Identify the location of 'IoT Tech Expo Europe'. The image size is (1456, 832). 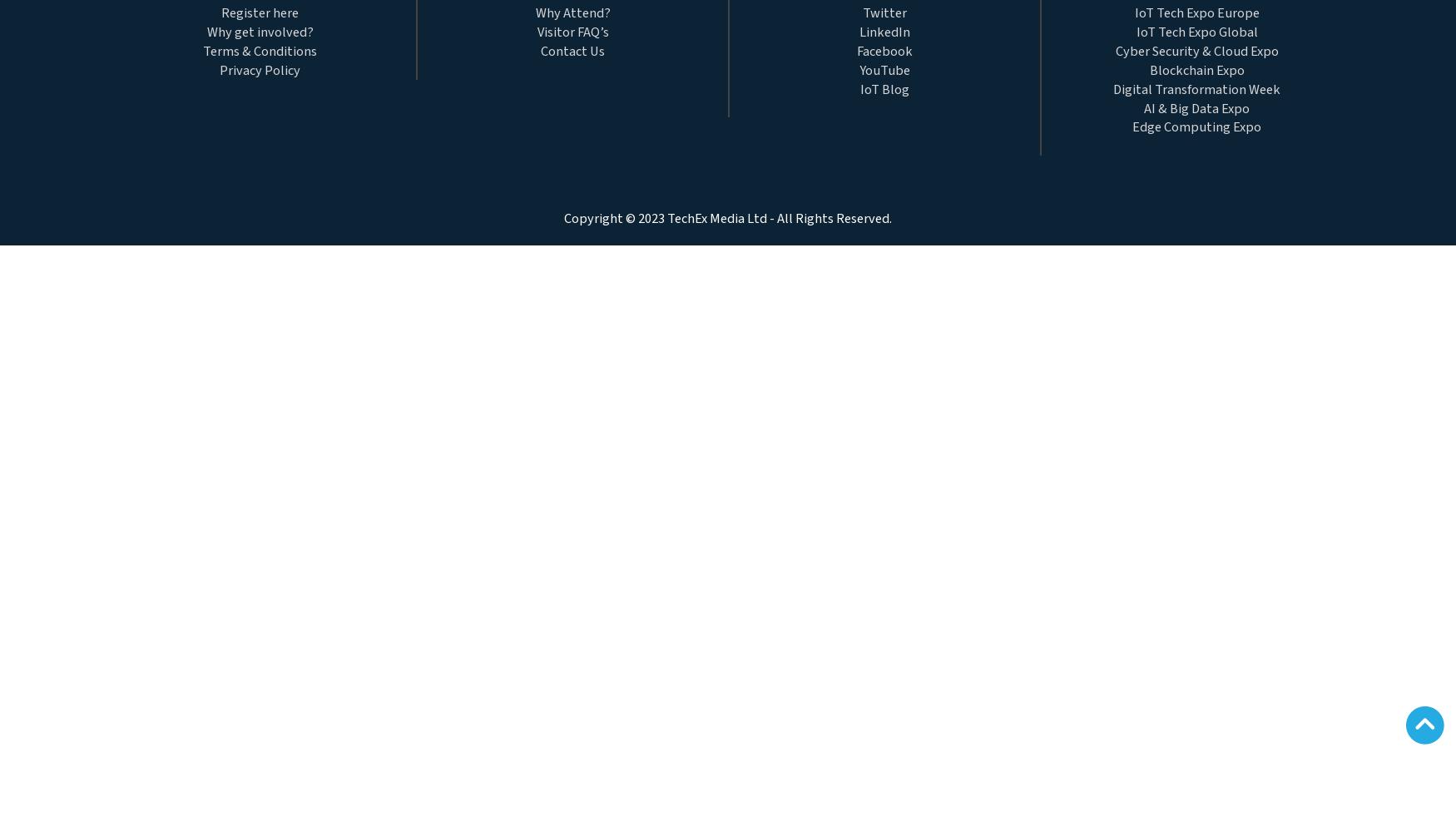
(1134, 13).